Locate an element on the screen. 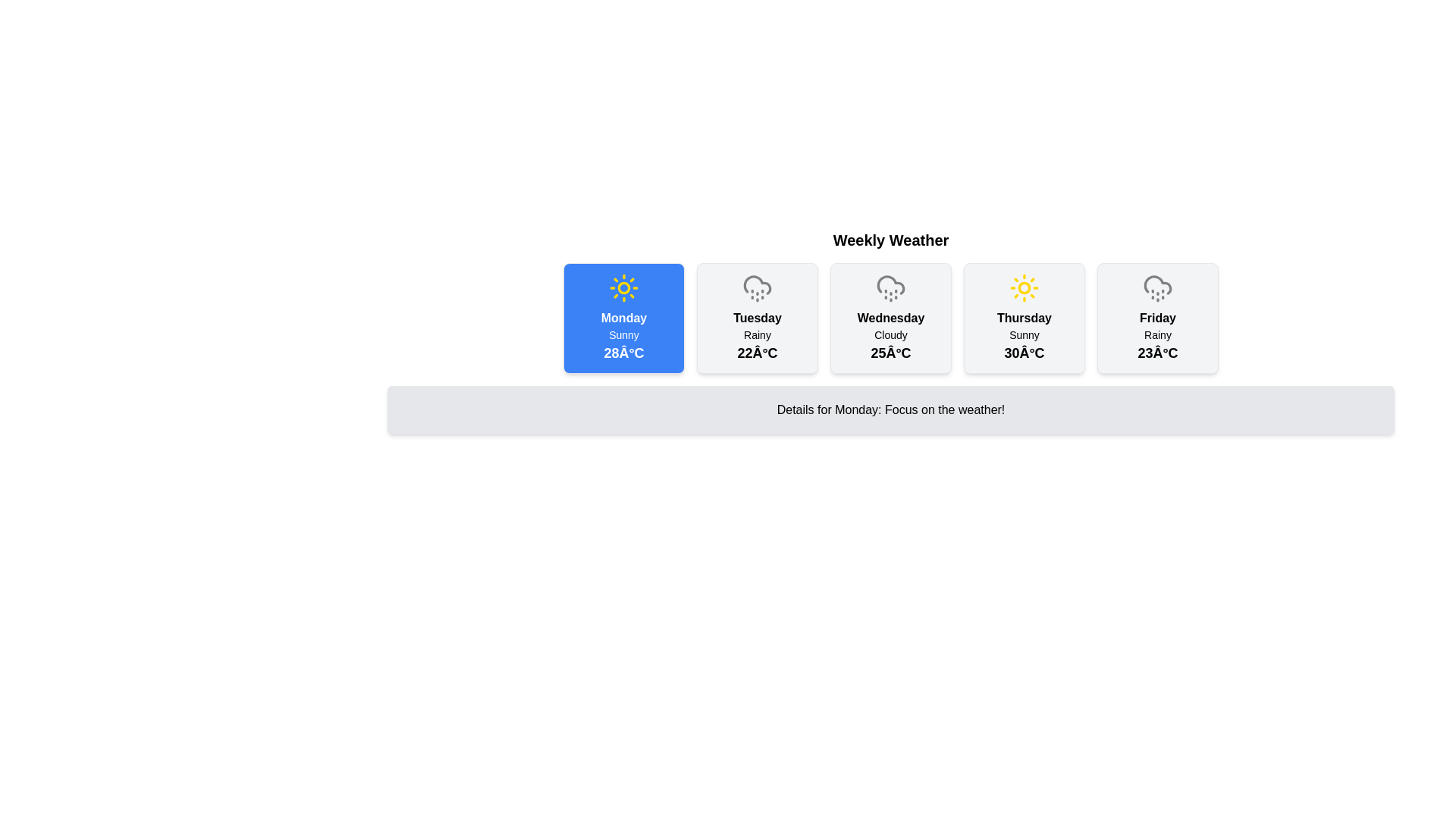 This screenshot has width=1456, height=819. the weather icon representing a drizzly or rainy day located in the upper central area of the 'Friday Rainy 23°C' card is located at coordinates (1156, 288).